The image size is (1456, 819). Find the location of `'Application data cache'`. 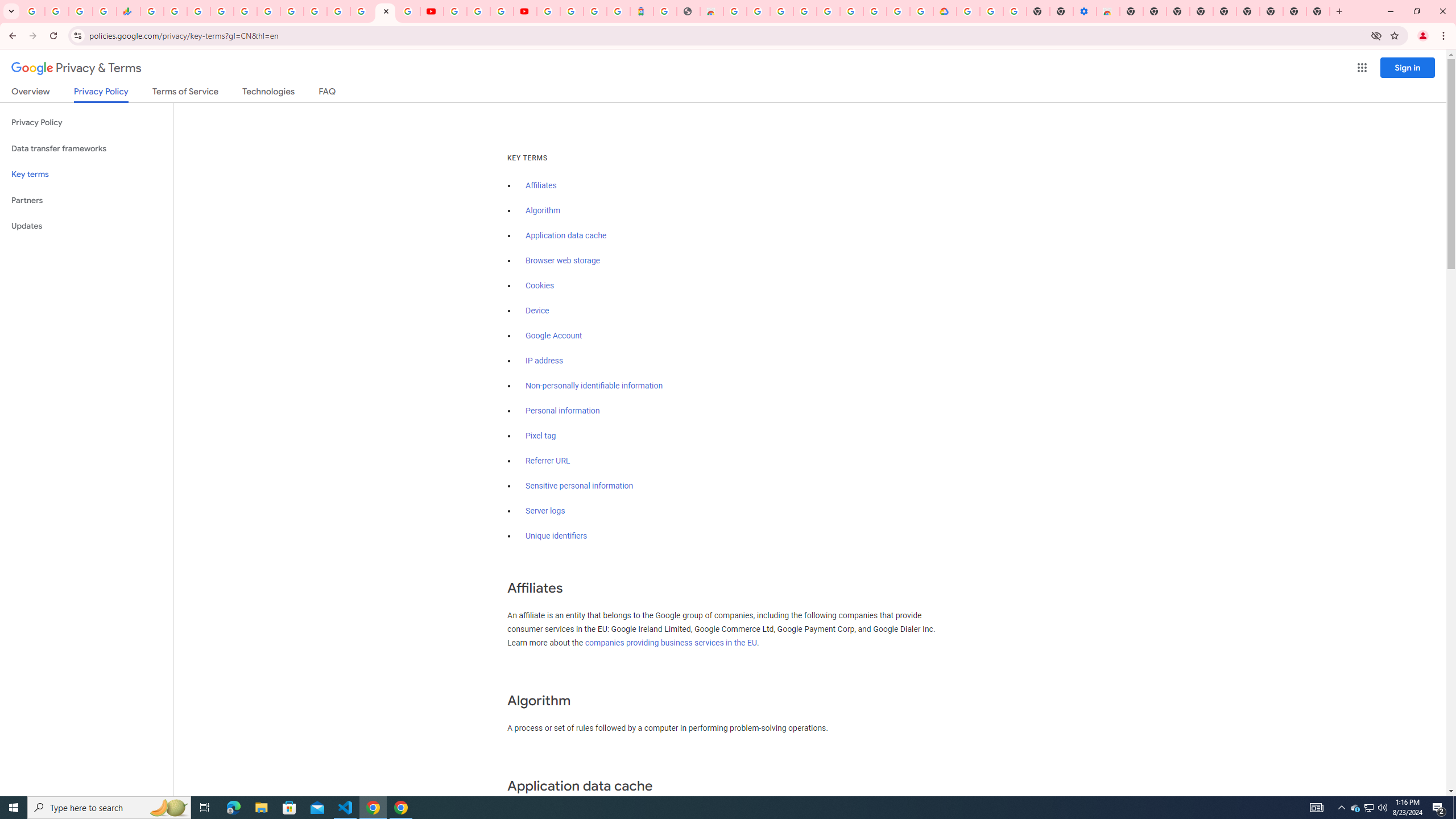

'Application data cache' is located at coordinates (565, 235).